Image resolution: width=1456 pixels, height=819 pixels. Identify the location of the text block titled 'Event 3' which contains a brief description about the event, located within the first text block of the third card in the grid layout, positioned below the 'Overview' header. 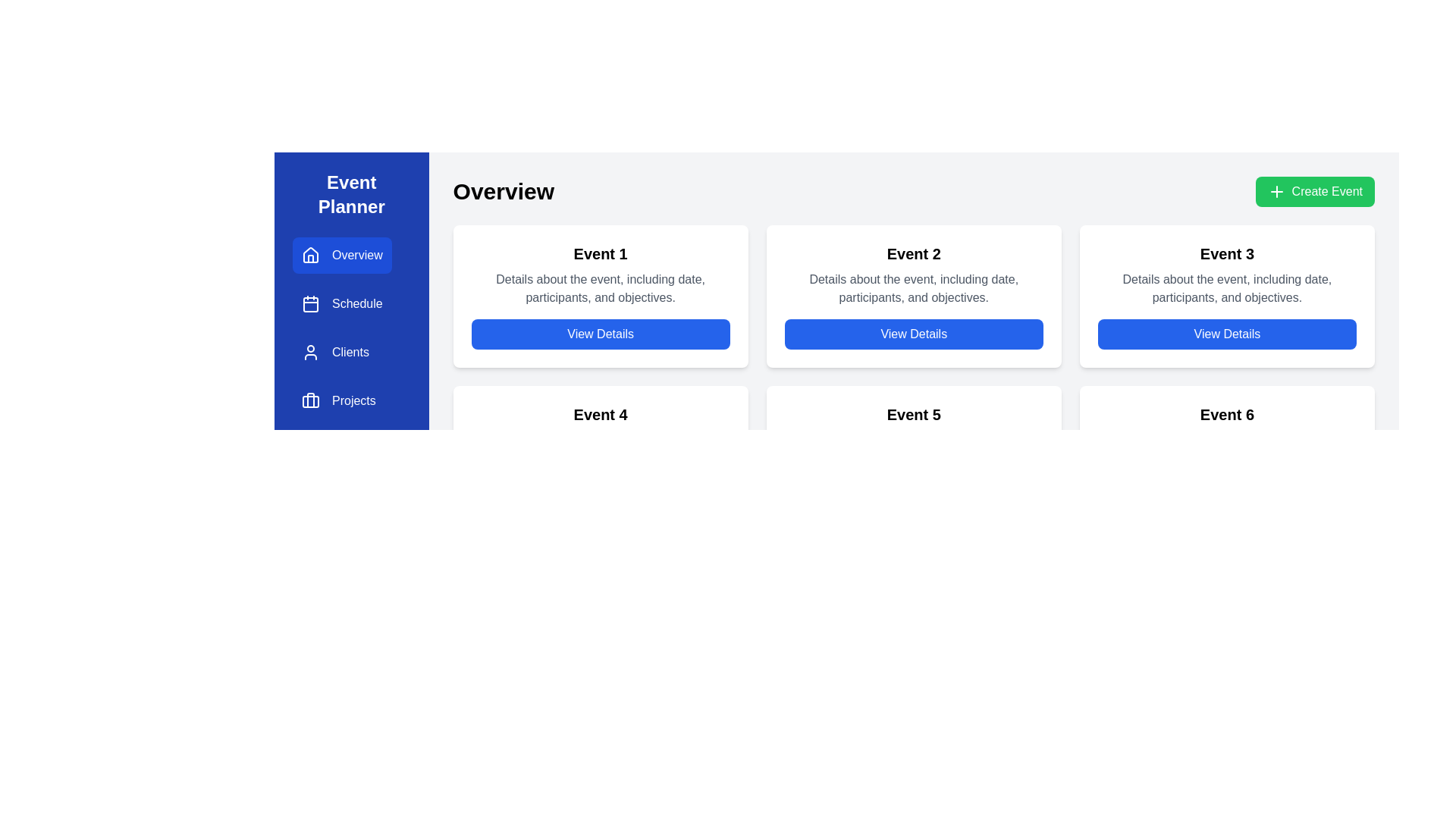
(1227, 275).